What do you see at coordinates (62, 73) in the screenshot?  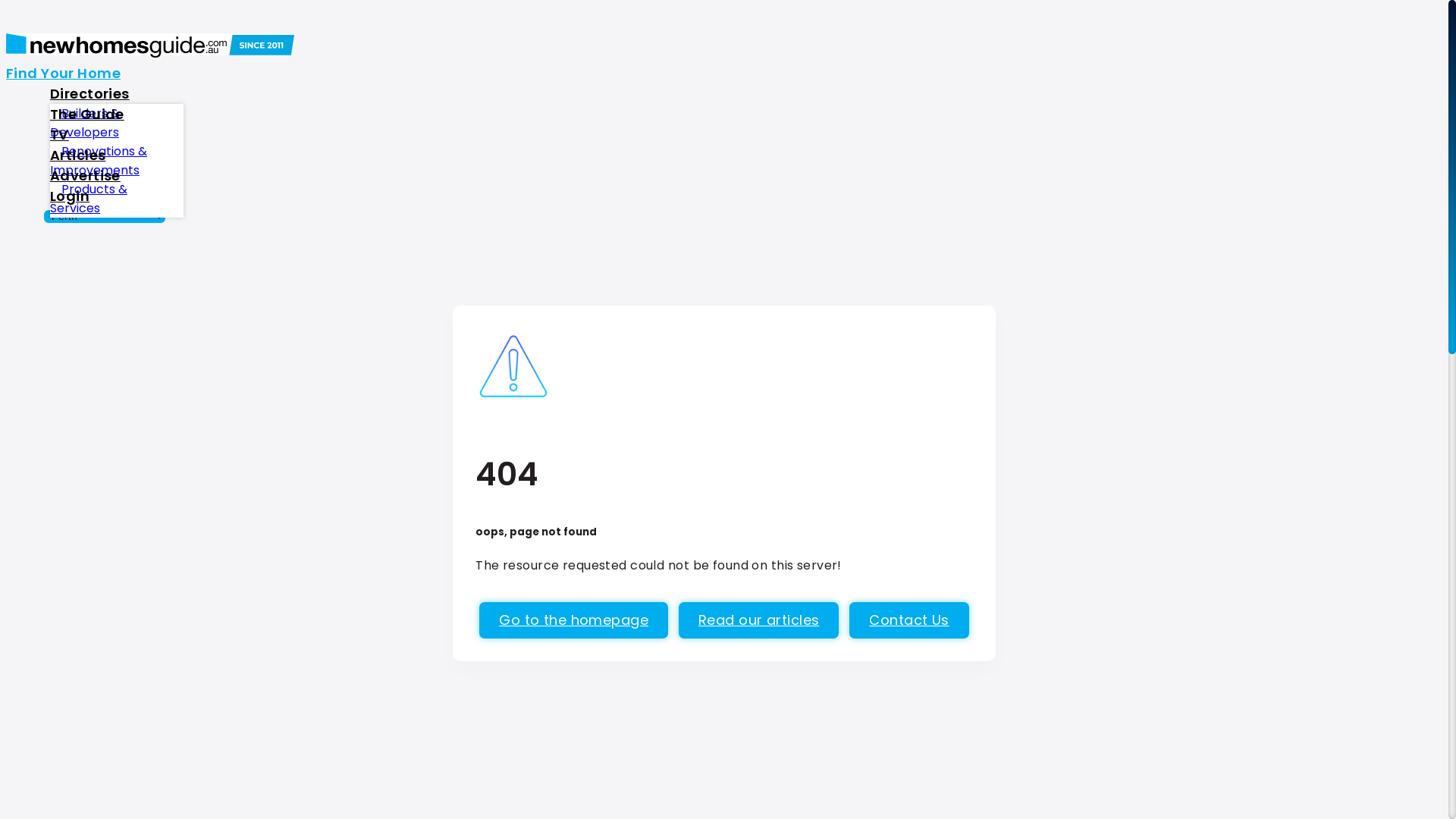 I see `'Find Your Home'` at bounding box center [62, 73].